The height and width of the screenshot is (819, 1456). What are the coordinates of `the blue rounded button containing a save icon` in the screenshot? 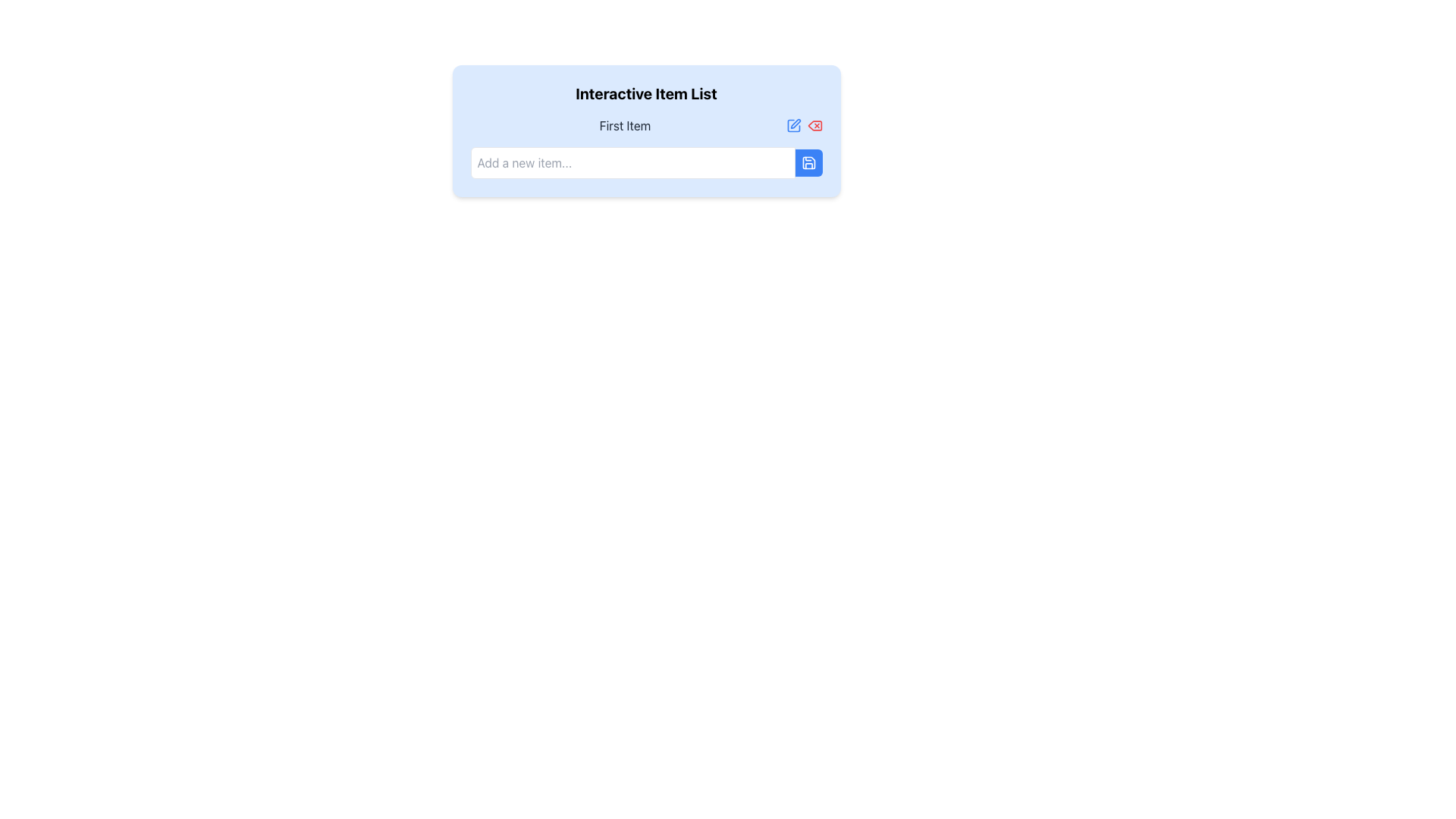 It's located at (808, 163).